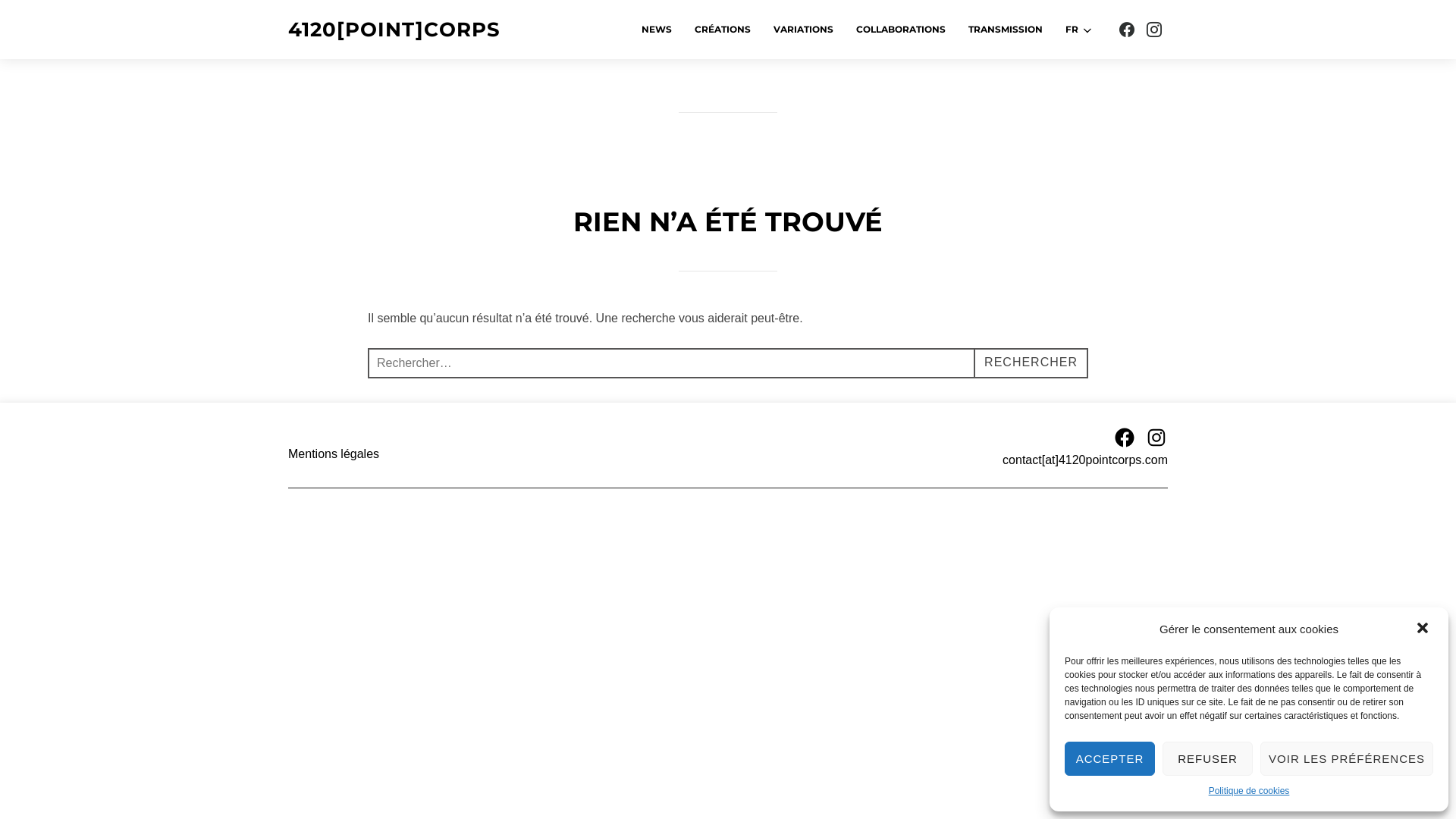 This screenshot has width=1456, height=819. What do you see at coordinates (656, 30) in the screenshot?
I see `'NEWS'` at bounding box center [656, 30].